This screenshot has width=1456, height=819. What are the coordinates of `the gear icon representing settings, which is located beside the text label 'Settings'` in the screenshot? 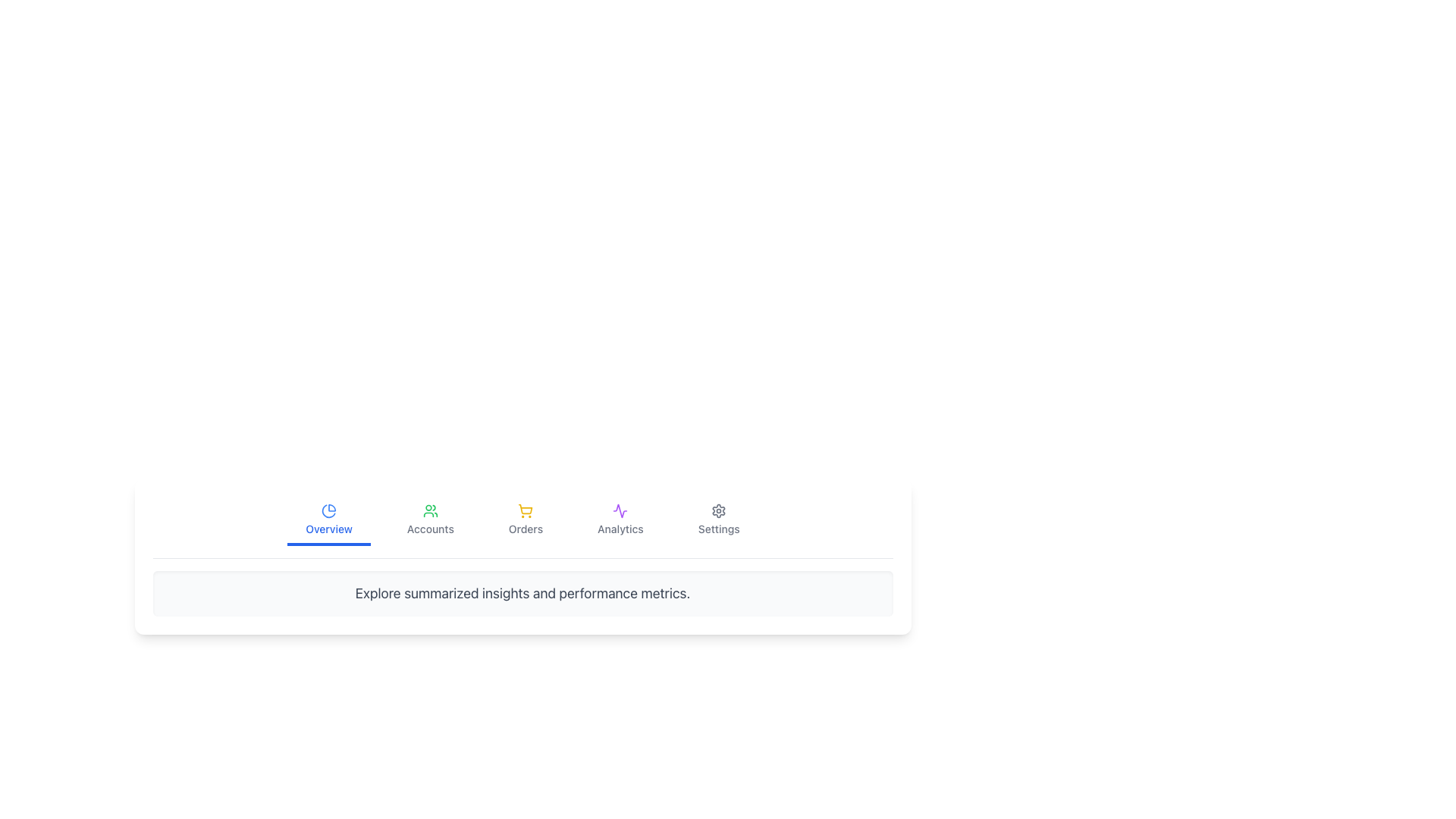 It's located at (718, 511).